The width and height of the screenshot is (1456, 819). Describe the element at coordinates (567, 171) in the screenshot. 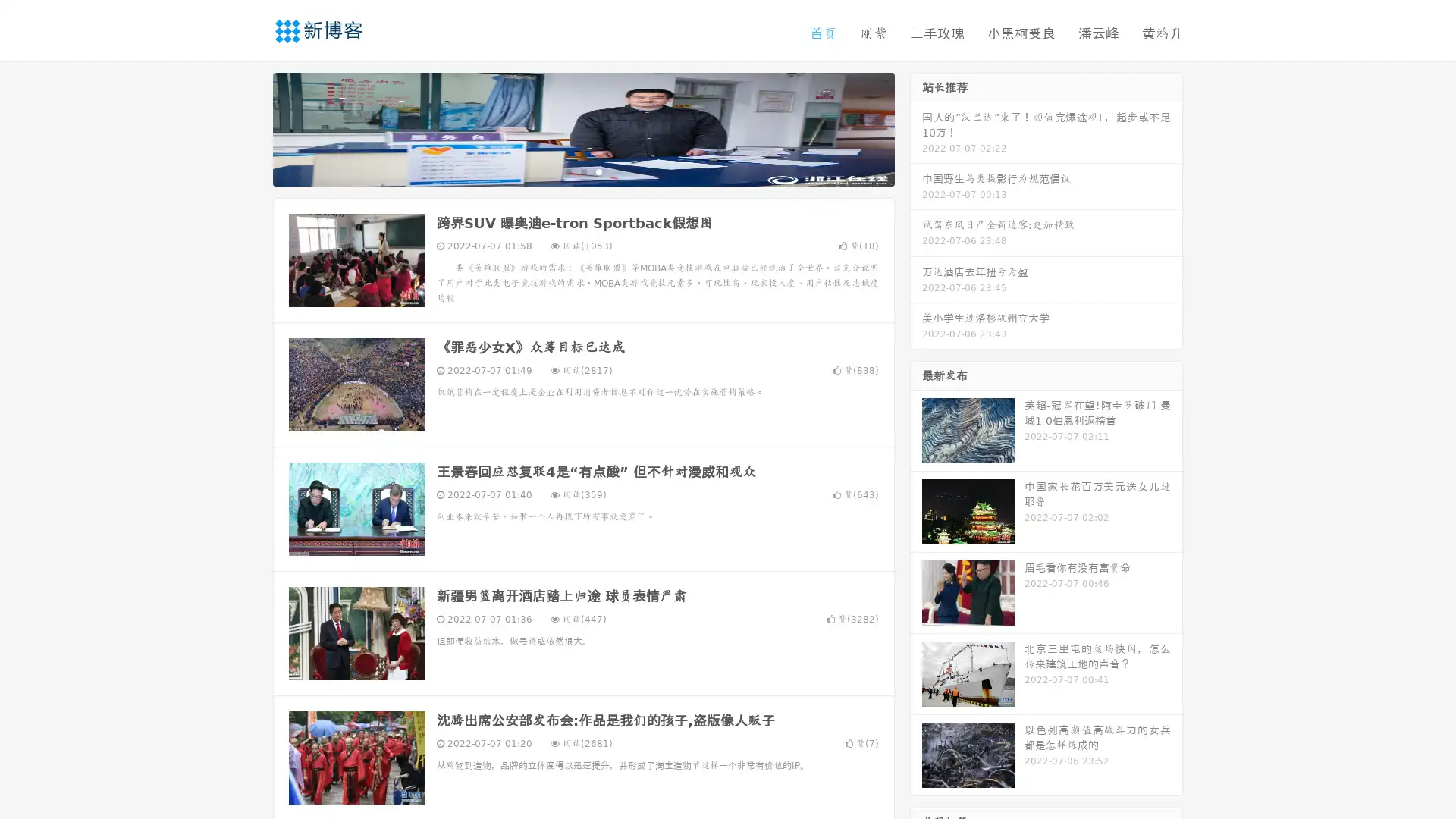

I see `Go to slide 1` at that location.